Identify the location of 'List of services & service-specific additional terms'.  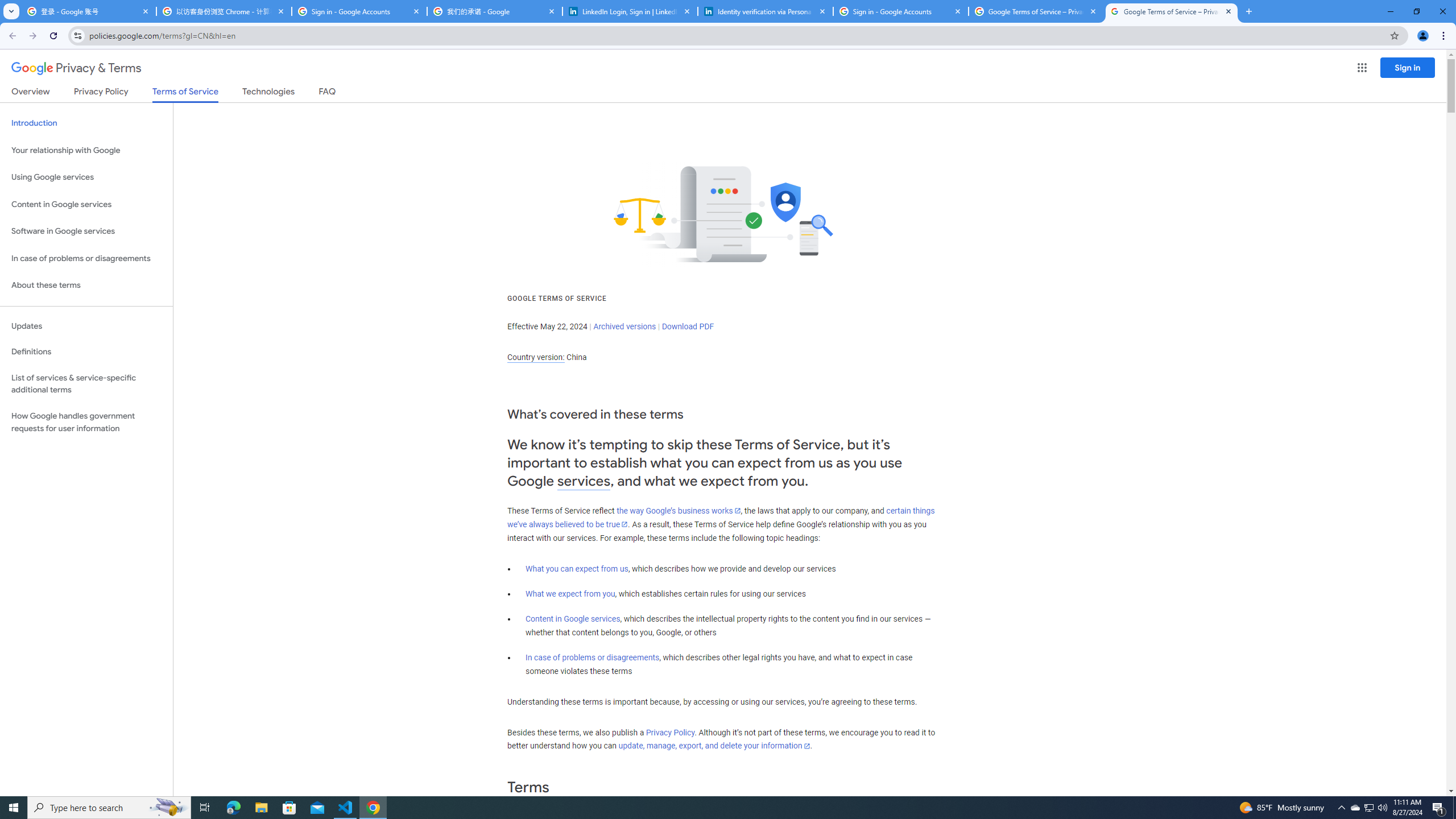
(86, 383).